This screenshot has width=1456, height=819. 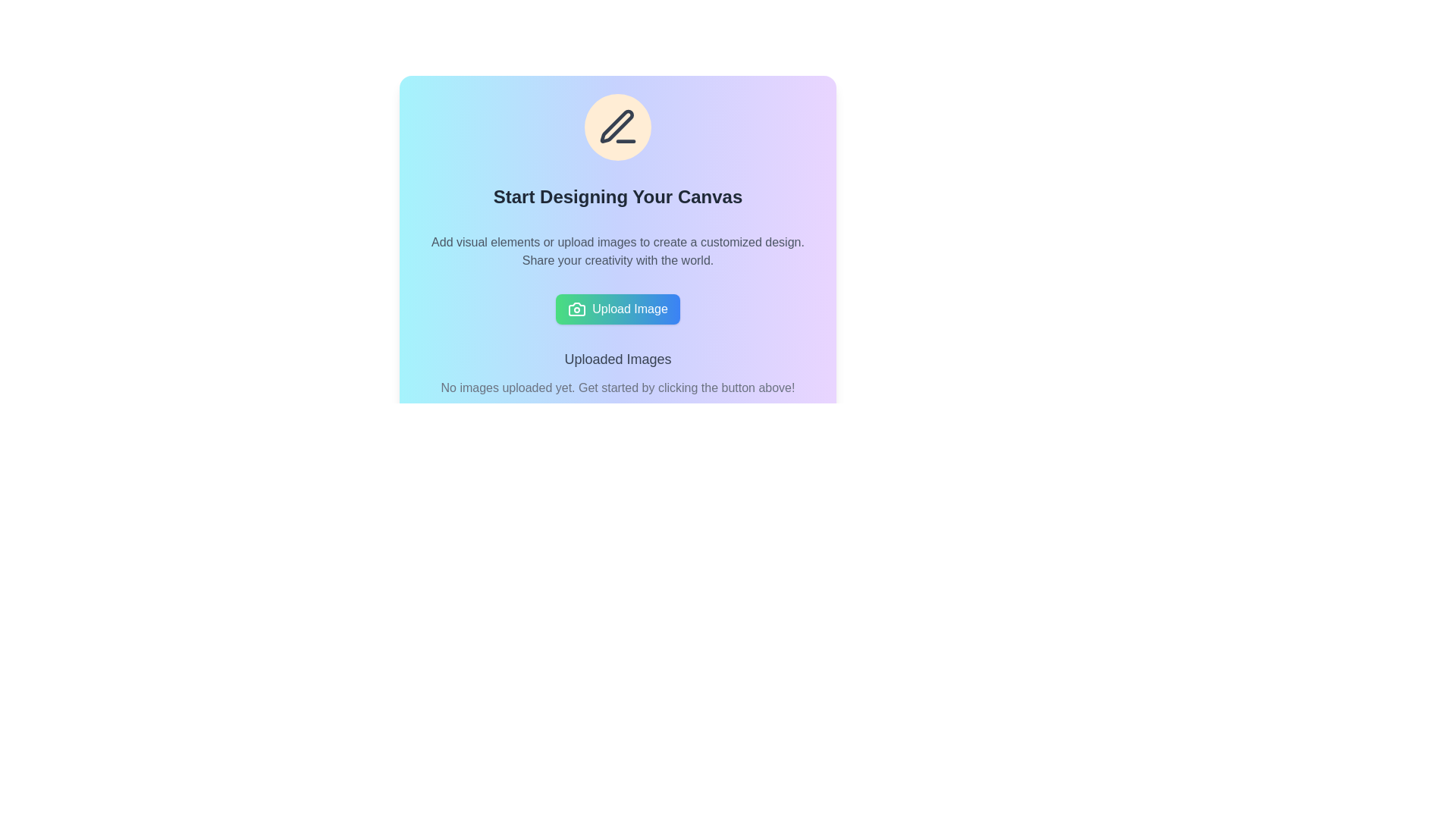 What do you see at coordinates (618, 250) in the screenshot?
I see `the instructional text located below the title 'Start Designing Your Canvas' and above the 'Upload Image' button within the centered card component` at bounding box center [618, 250].